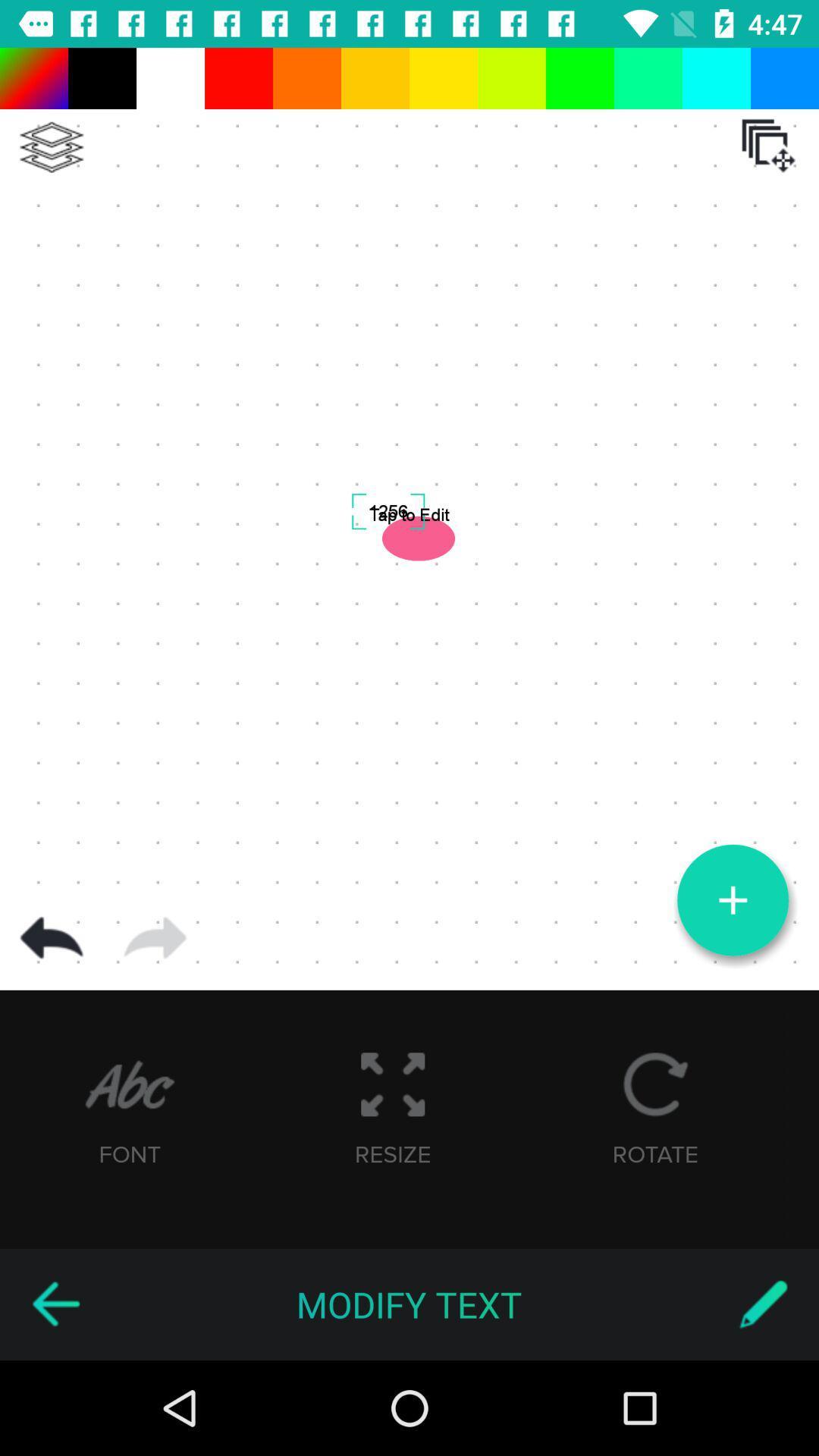 This screenshot has width=819, height=1456. What do you see at coordinates (55, 1304) in the screenshot?
I see `icon next to modify text item` at bounding box center [55, 1304].